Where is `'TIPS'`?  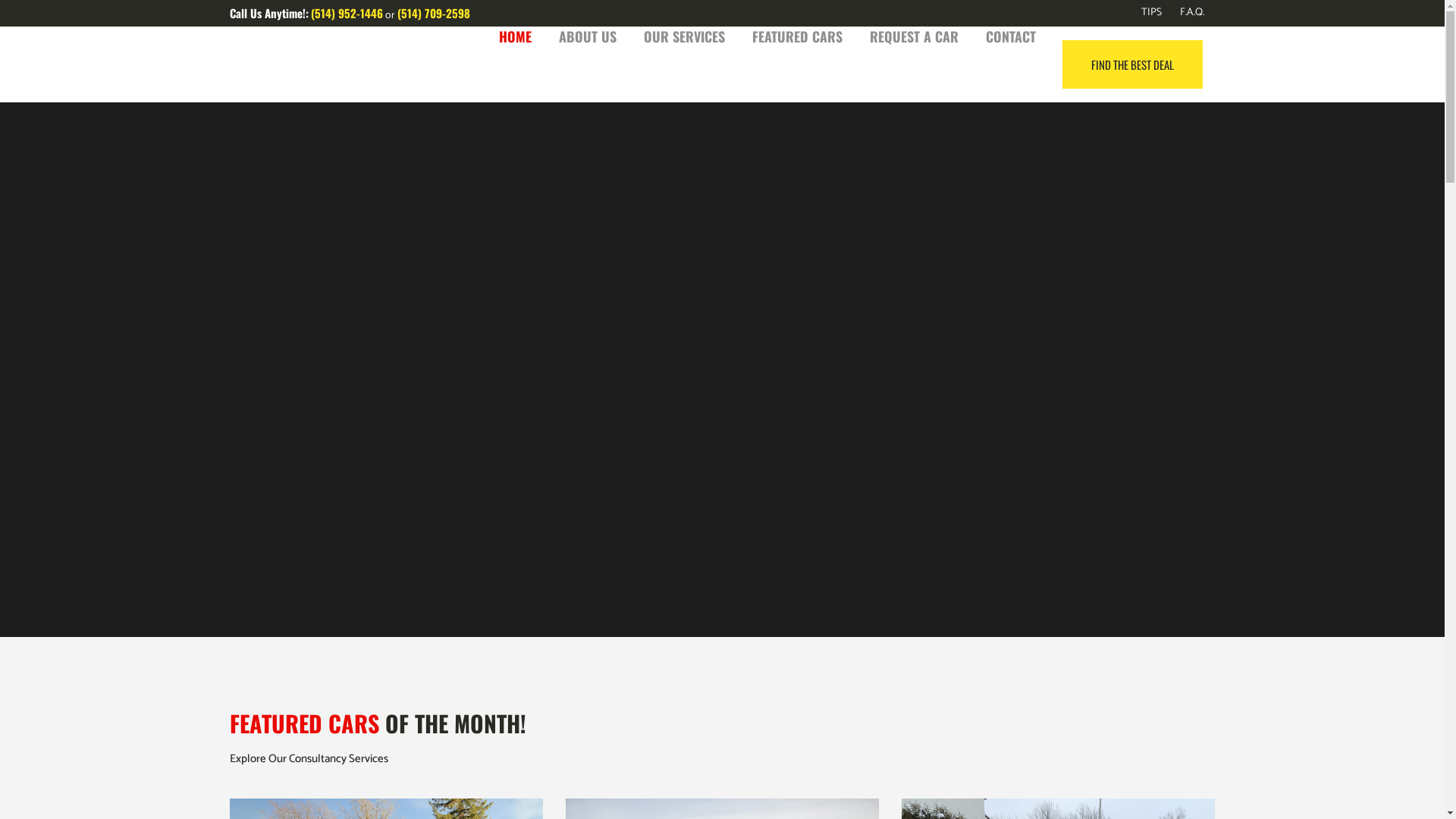
'TIPS' is located at coordinates (1141, 12).